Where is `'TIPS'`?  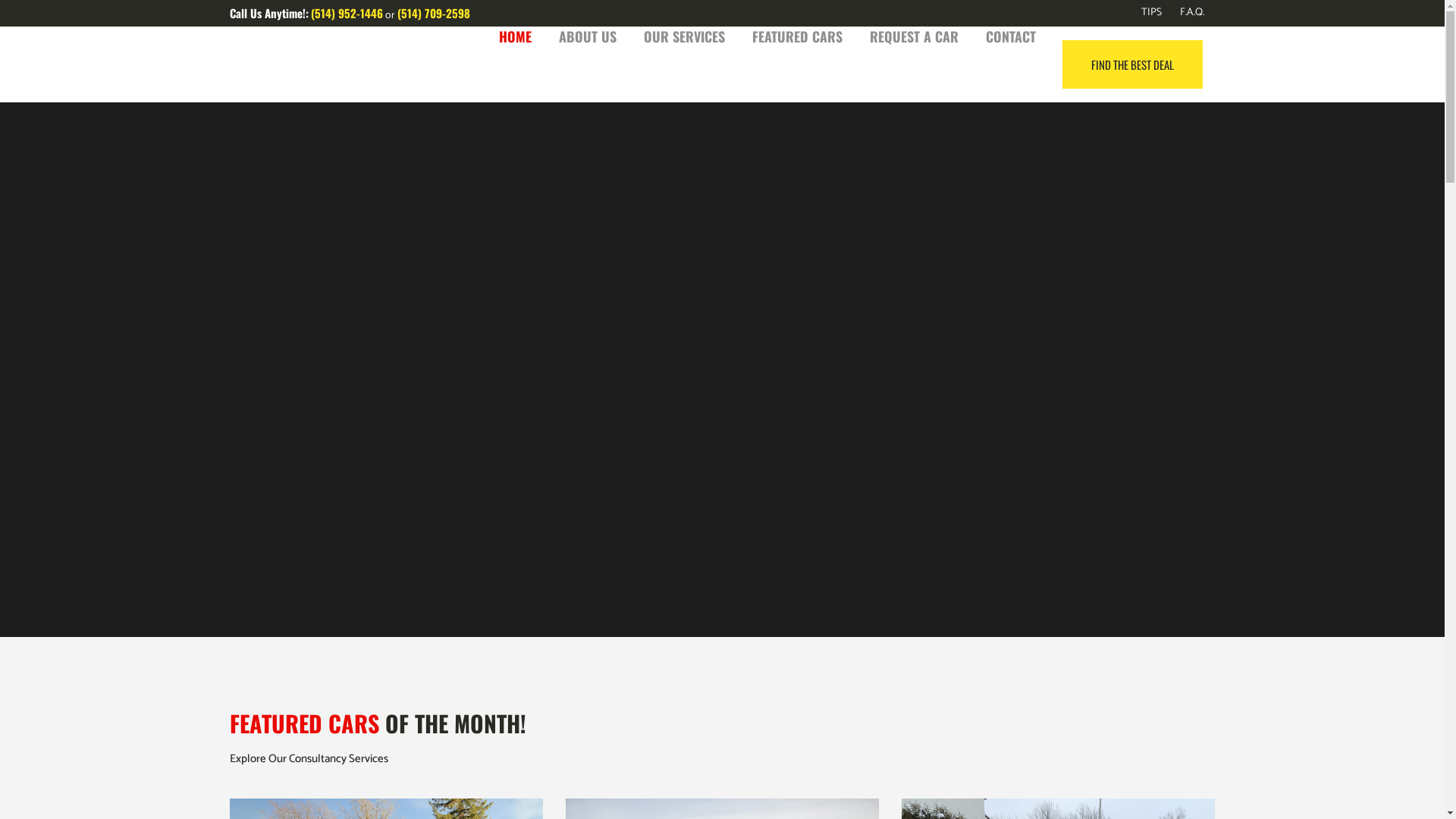
'TIPS' is located at coordinates (1141, 12).